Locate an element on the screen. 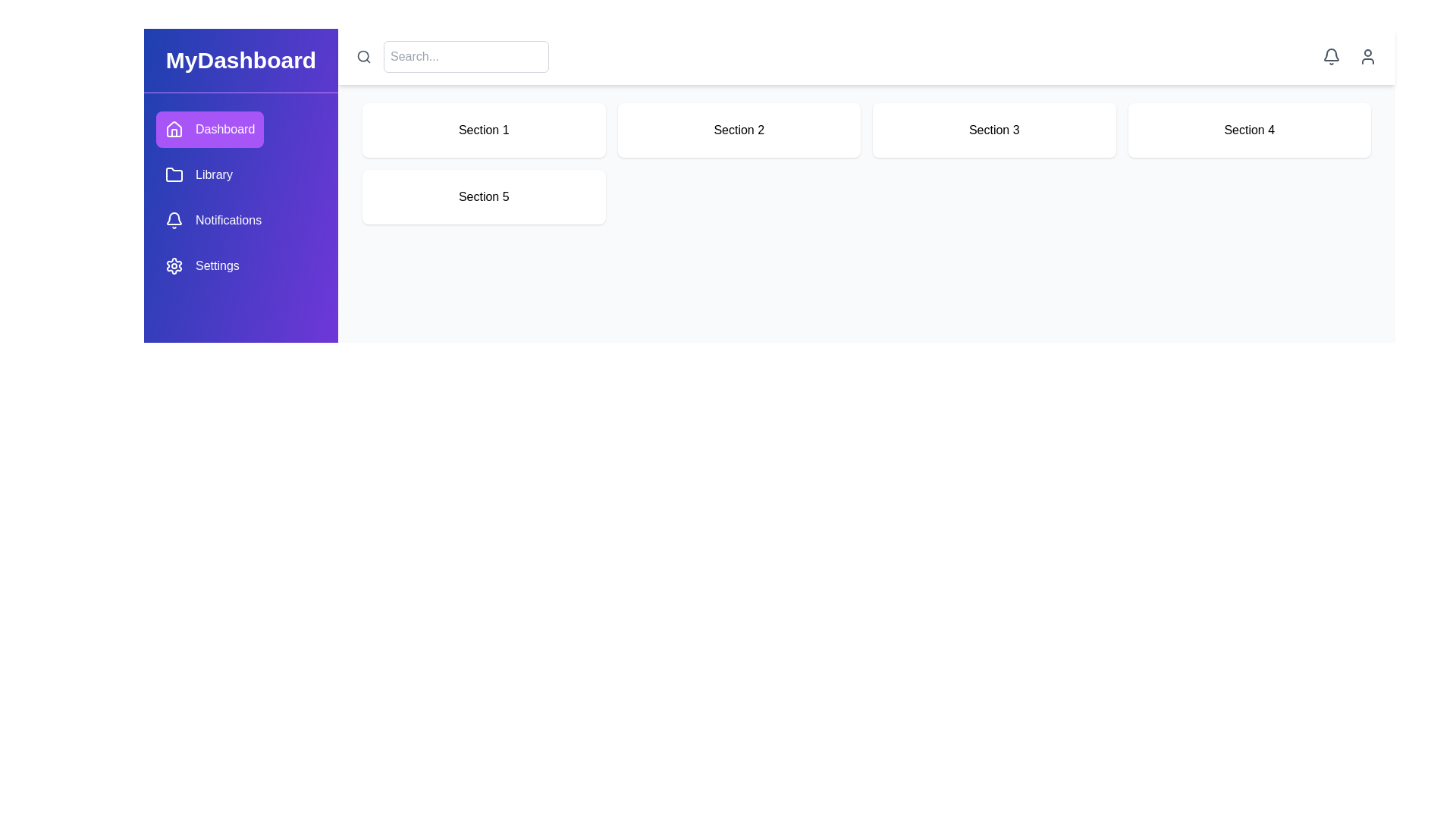 This screenshot has height=819, width=1456. the 'Section 2' button component via keyboard navigation is located at coordinates (739, 130).